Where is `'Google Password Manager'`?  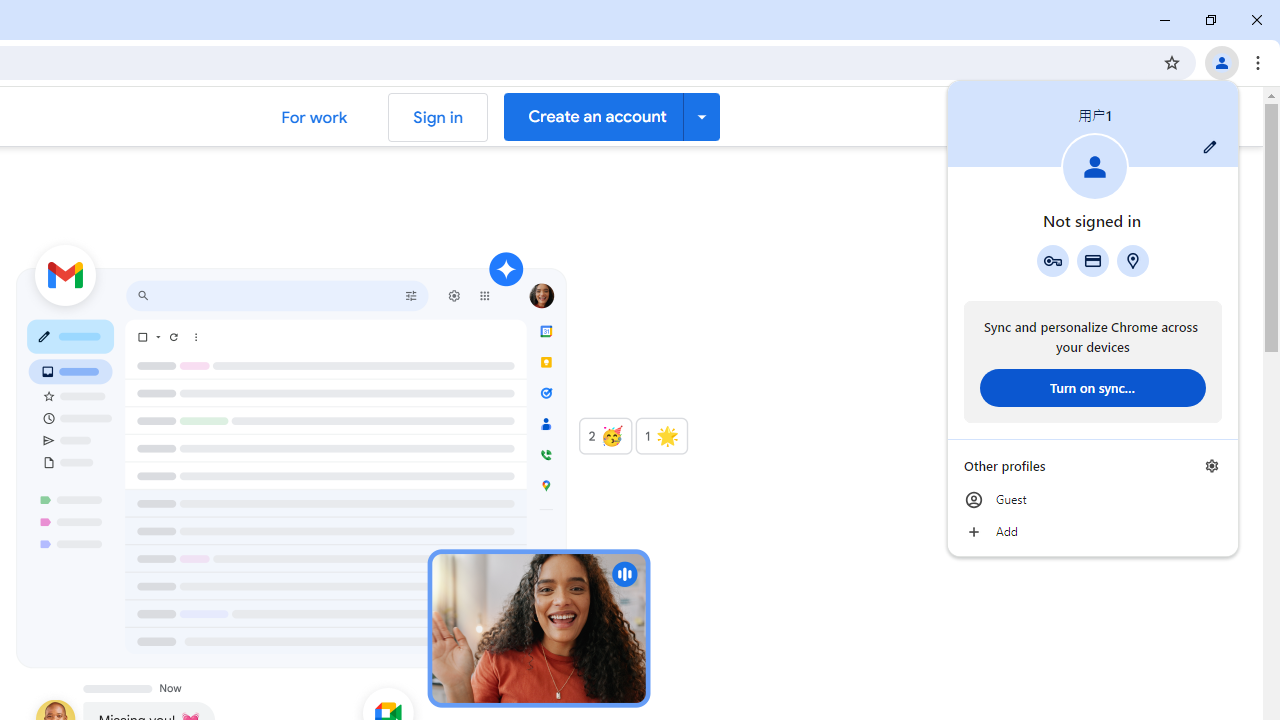
'Google Password Manager' is located at coordinates (1051, 260).